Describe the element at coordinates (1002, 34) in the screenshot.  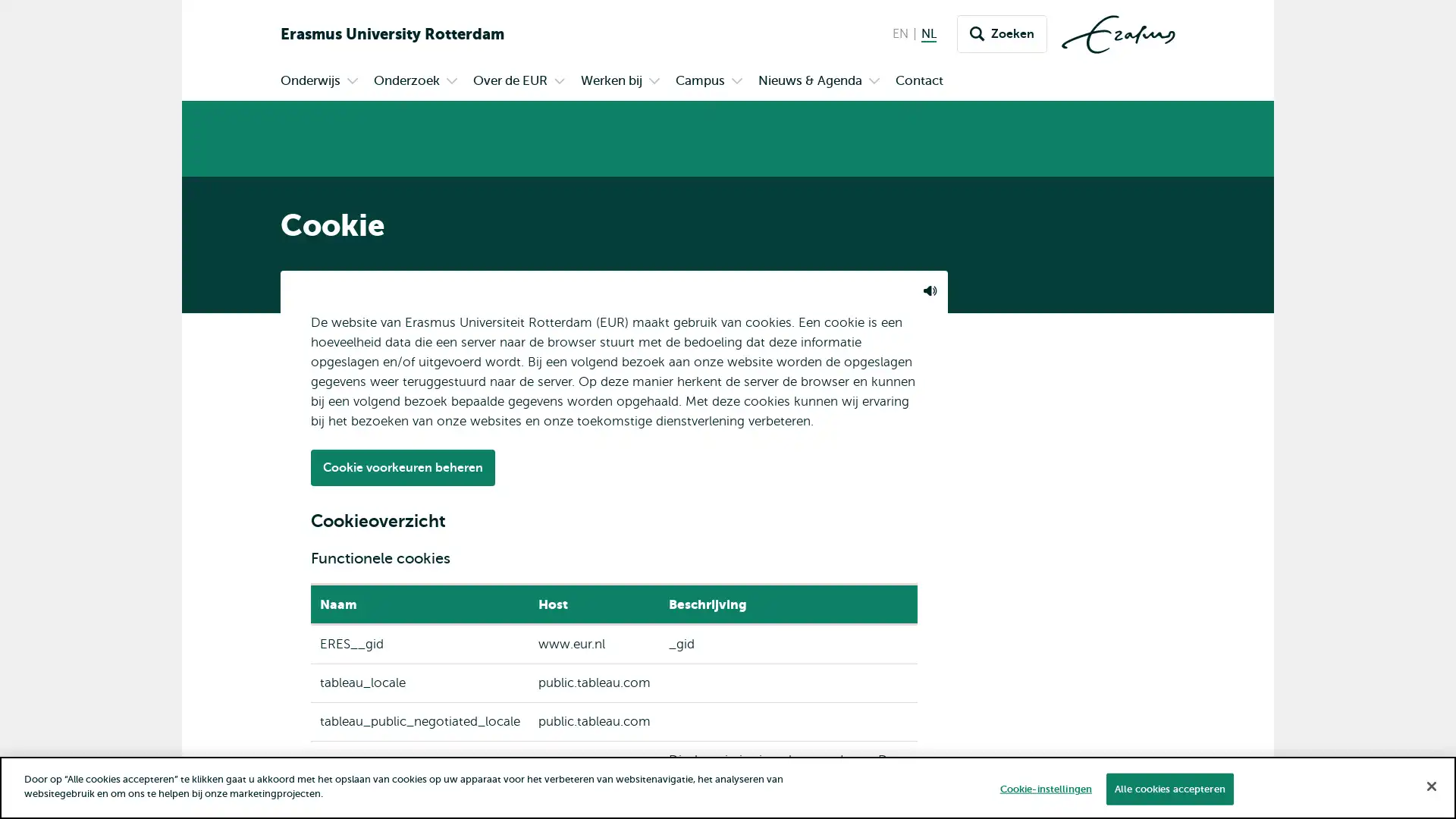
I see `Zoeken` at that location.